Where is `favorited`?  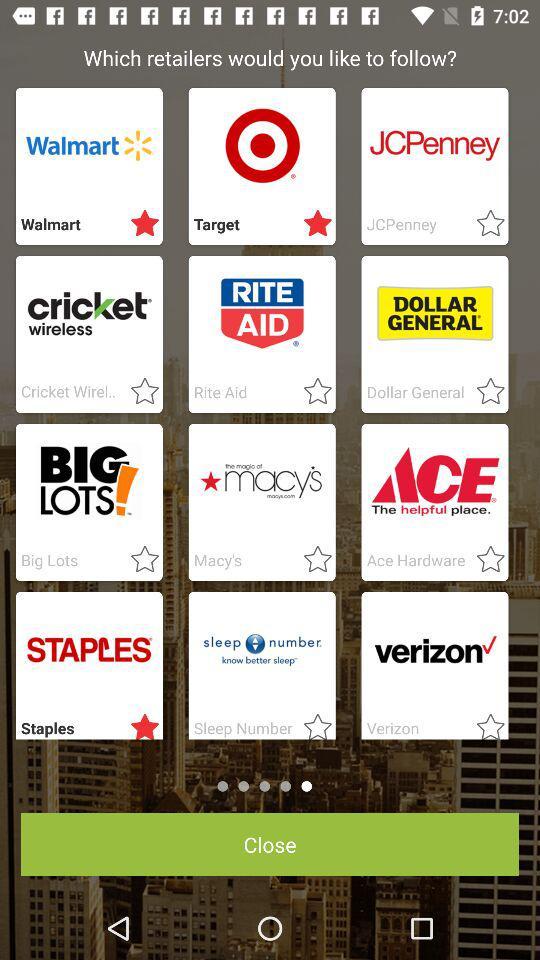
favorited is located at coordinates (138, 391).